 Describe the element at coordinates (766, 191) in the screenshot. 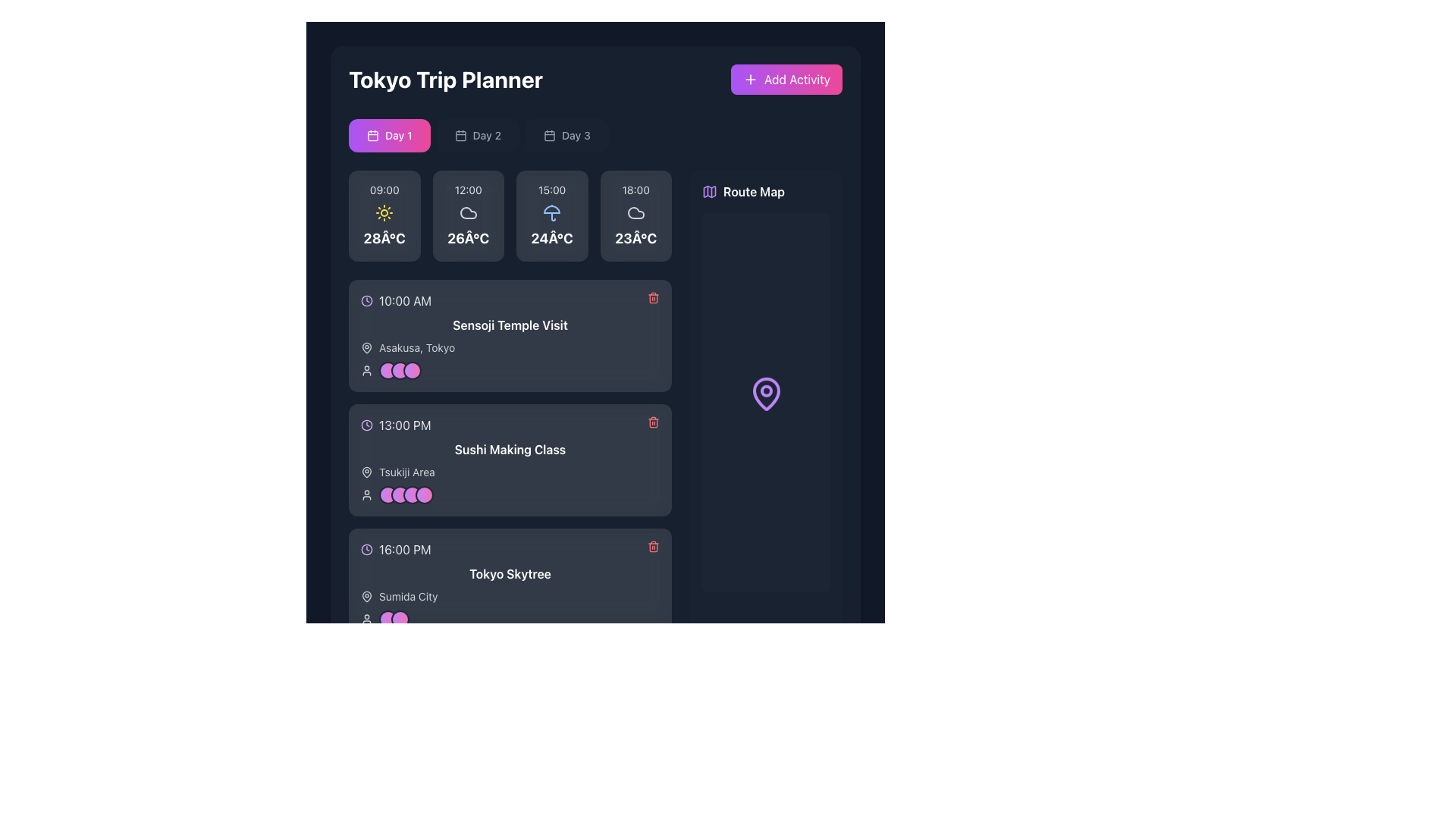

I see `details of the Label with icon located in the top-right section of the interface, above the map display` at that location.